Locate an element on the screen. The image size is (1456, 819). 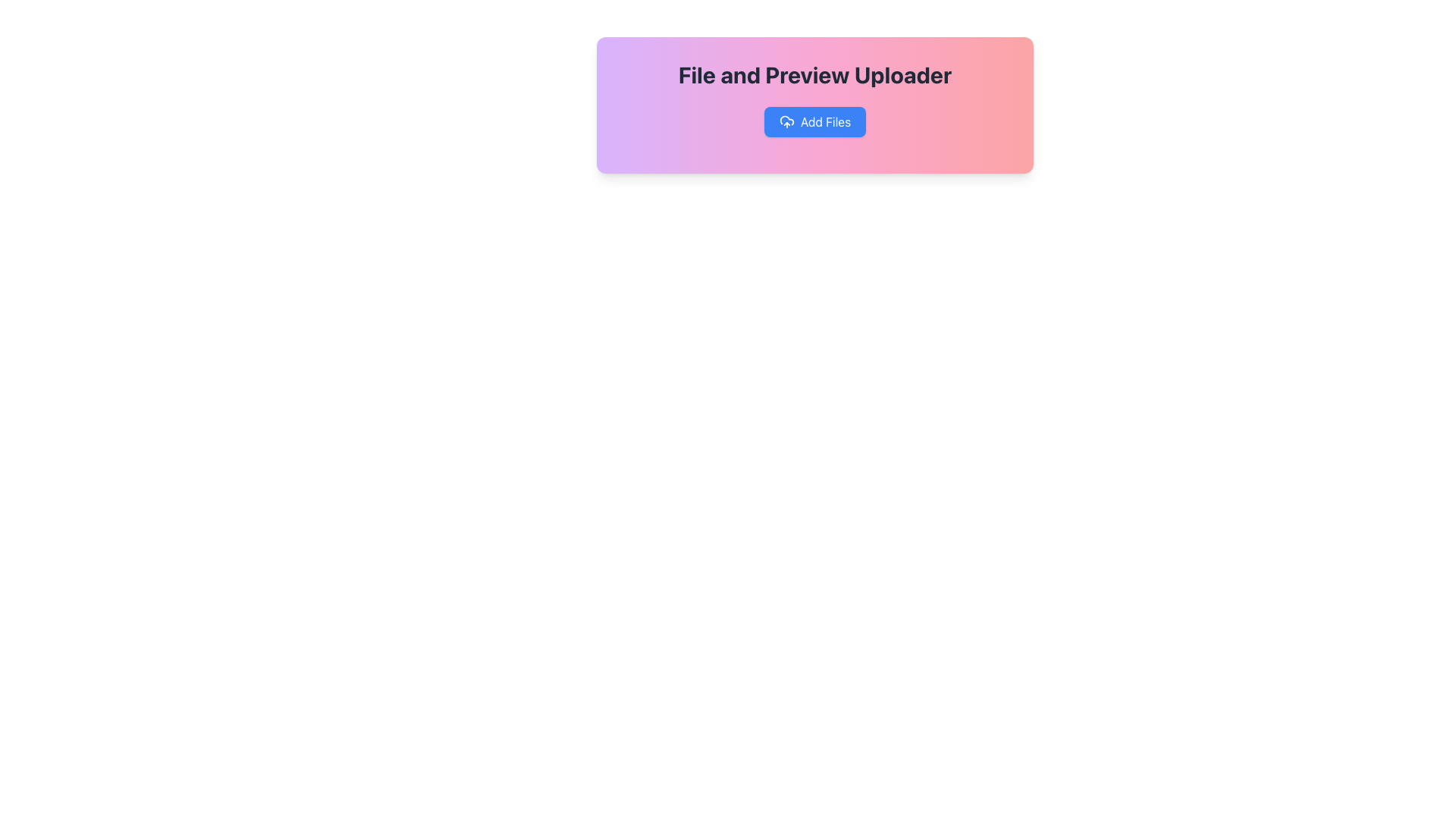
the blue 'Add Files' button with white text is located at coordinates (825, 121).